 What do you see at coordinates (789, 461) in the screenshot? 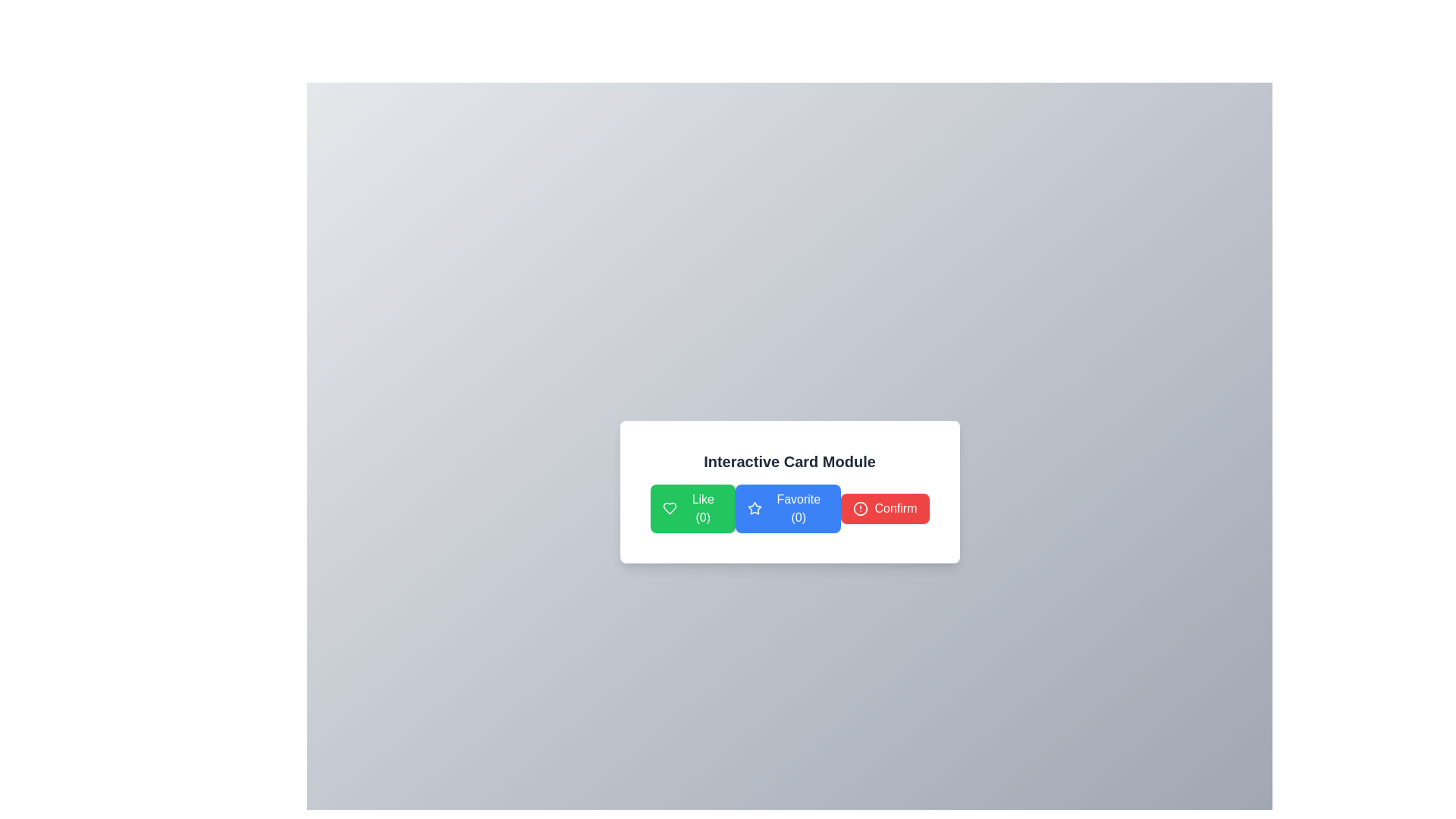
I see `header text displaying 'Interactive Card Module' which is located at the top of the white card interface` at bounding box center [789, 461].